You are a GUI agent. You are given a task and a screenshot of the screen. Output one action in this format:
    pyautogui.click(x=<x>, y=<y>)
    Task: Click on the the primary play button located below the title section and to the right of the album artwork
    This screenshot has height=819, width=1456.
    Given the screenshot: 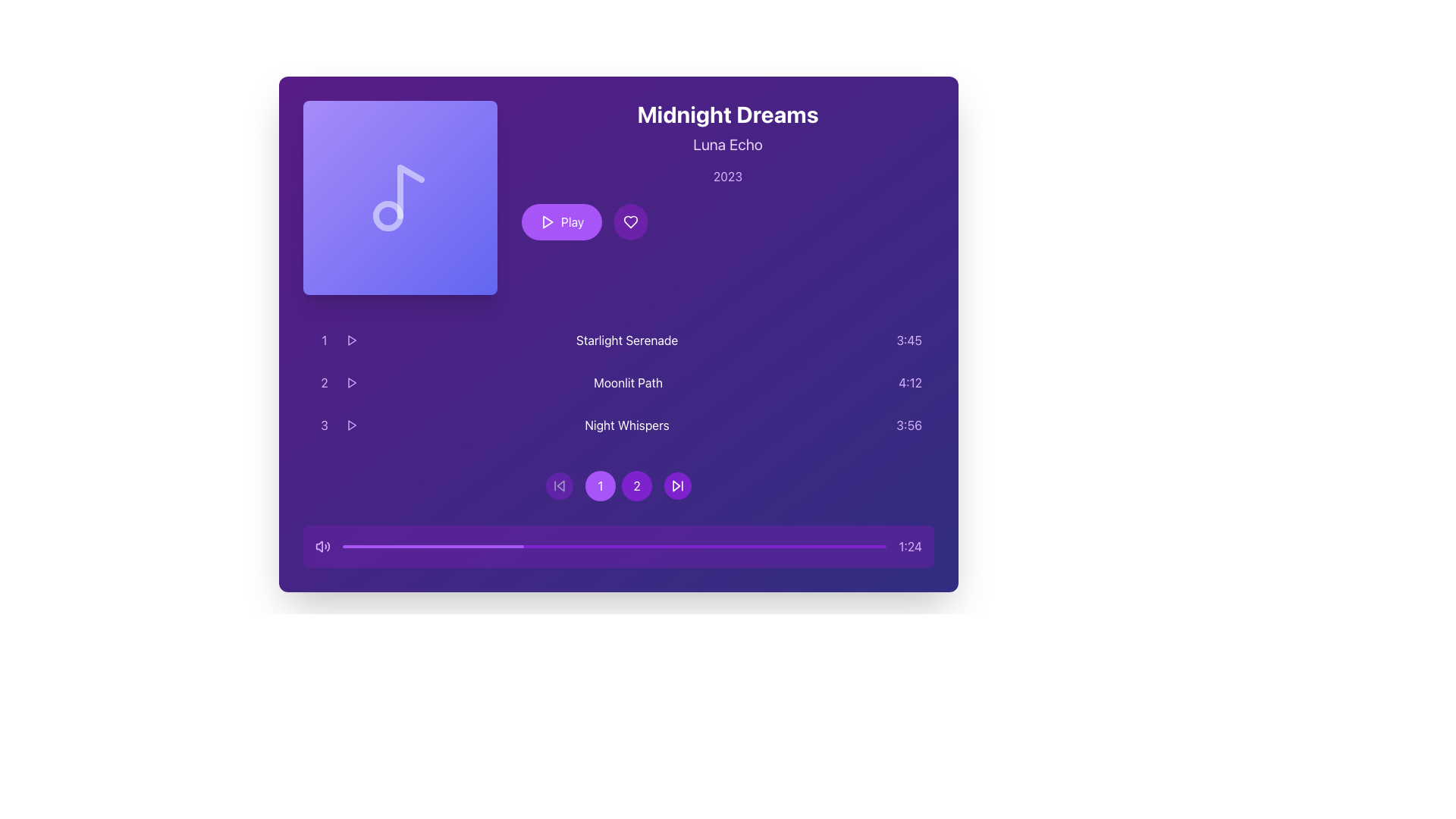 What is the action you would take?
    pyautogui.click(x=561, y=222)
    